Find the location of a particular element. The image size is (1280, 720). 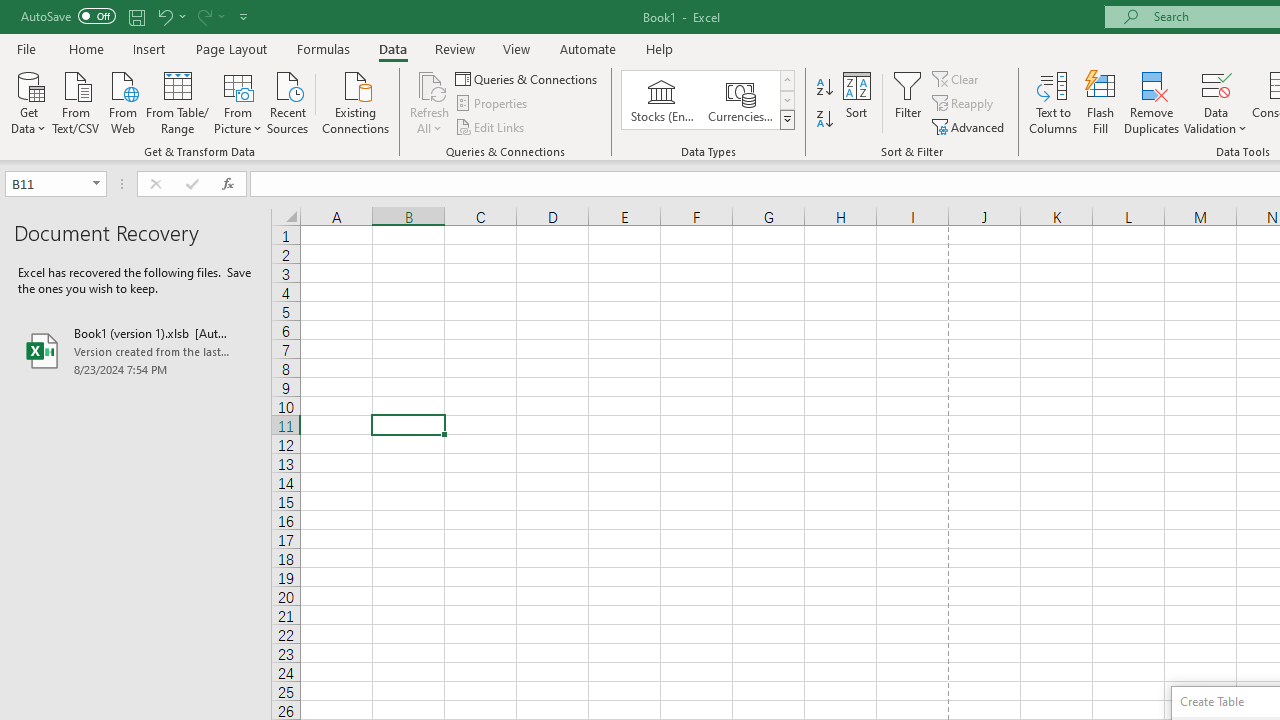

'Review' is located at coordinates (454, 48).